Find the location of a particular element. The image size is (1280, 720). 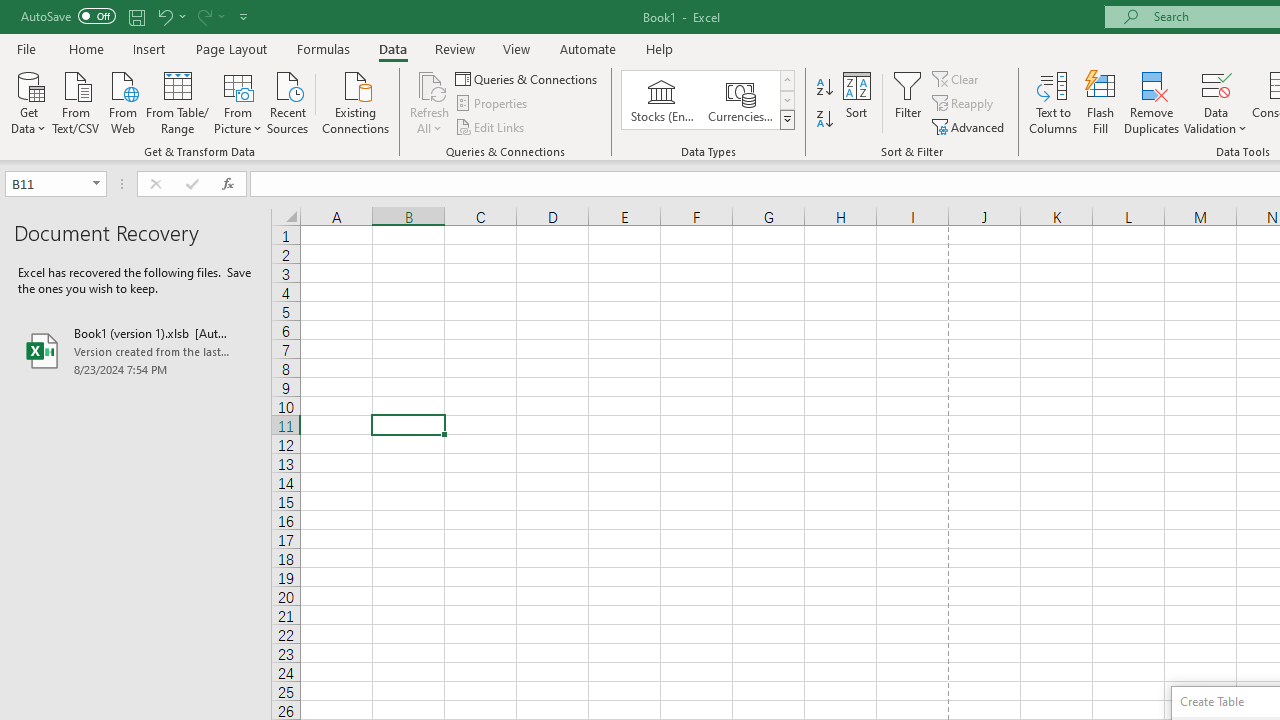

'Review' is located at coordinates (454, 48).